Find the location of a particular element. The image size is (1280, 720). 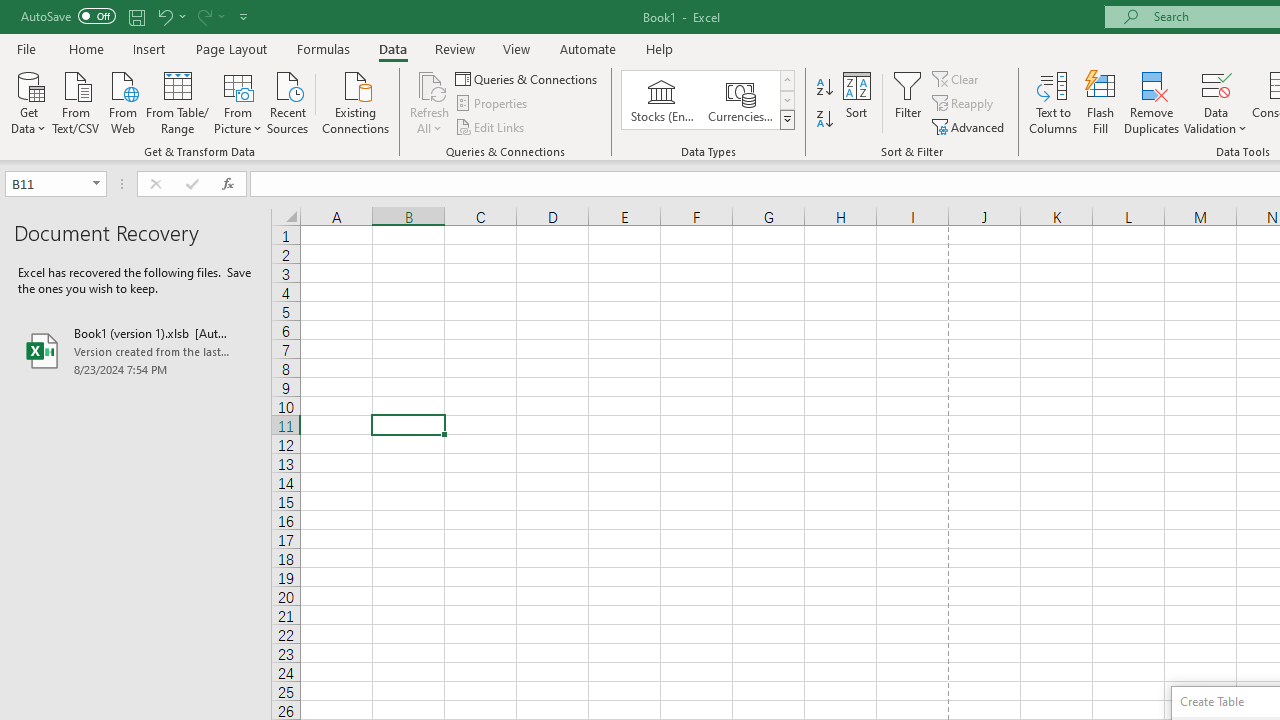

'Review' is located at coordinates (454, 48).